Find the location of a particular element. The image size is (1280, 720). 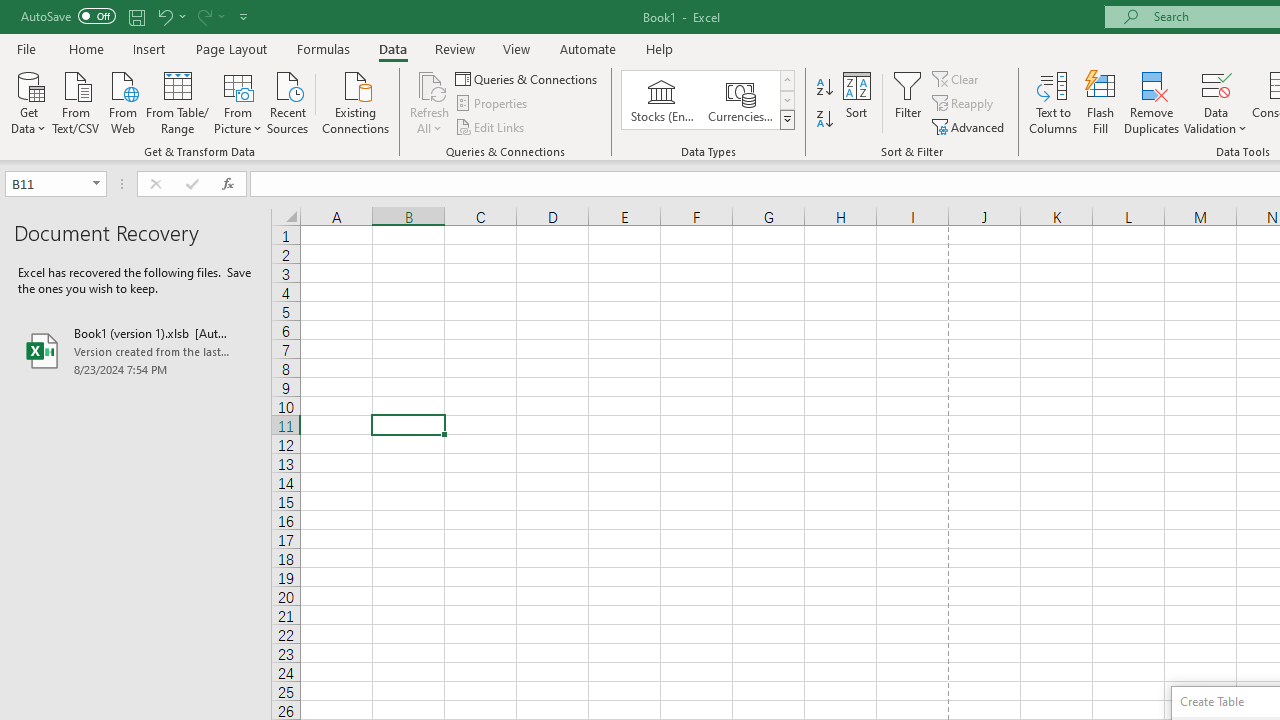

'Review' is located at coordinates (454, 48).